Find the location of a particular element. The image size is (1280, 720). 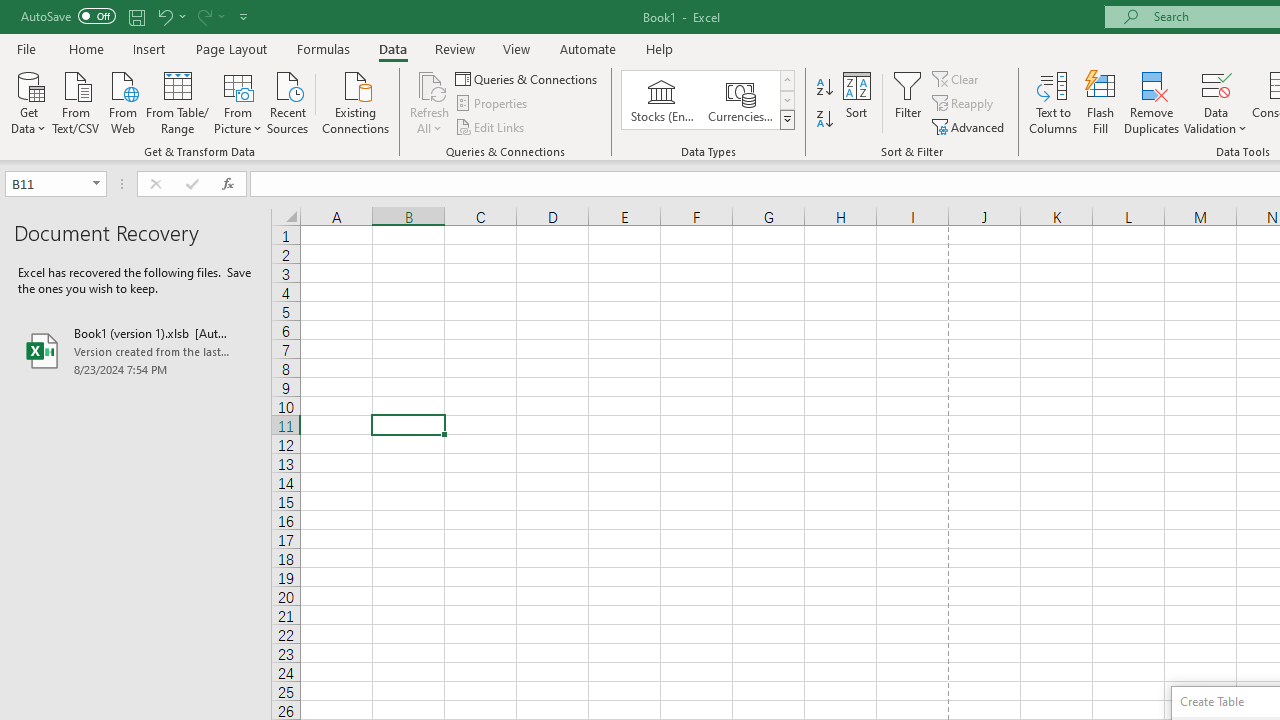

'Review' is located at coordinates (454, 48).